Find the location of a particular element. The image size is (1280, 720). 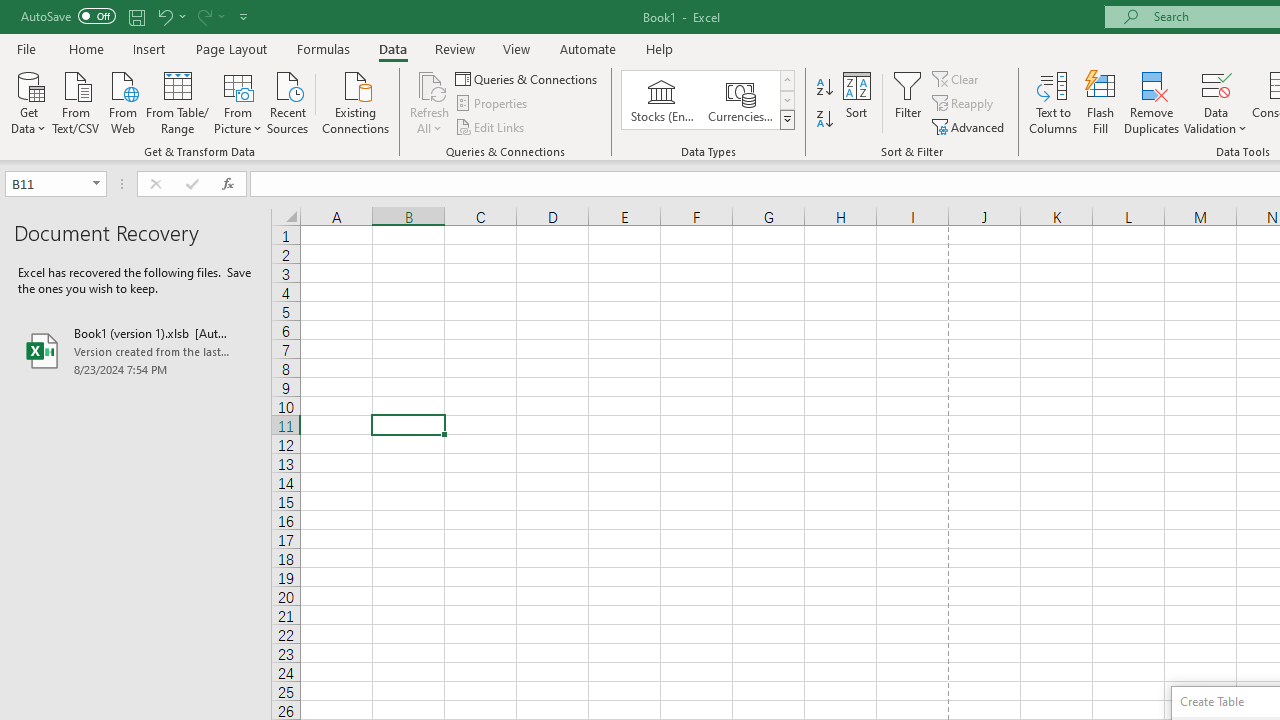

'Review' is located at coordinates (454, 48).